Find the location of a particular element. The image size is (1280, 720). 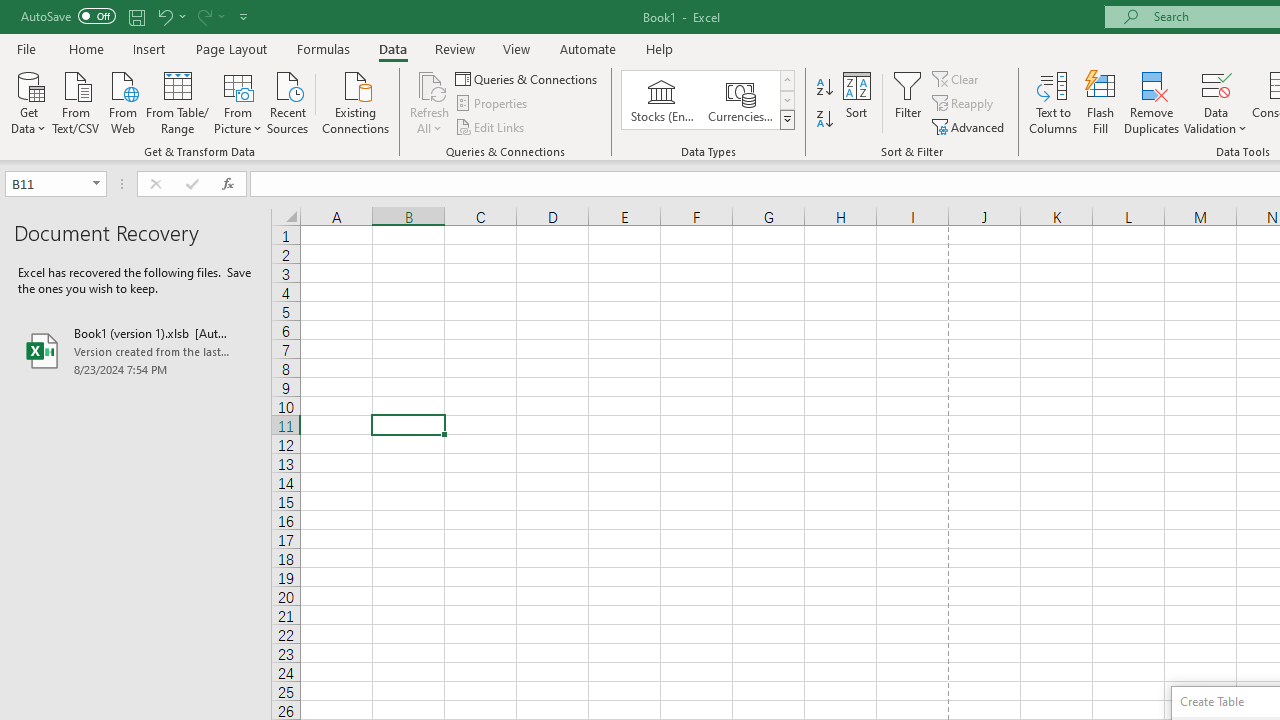

'Review' is located at coordinates (454, 48).